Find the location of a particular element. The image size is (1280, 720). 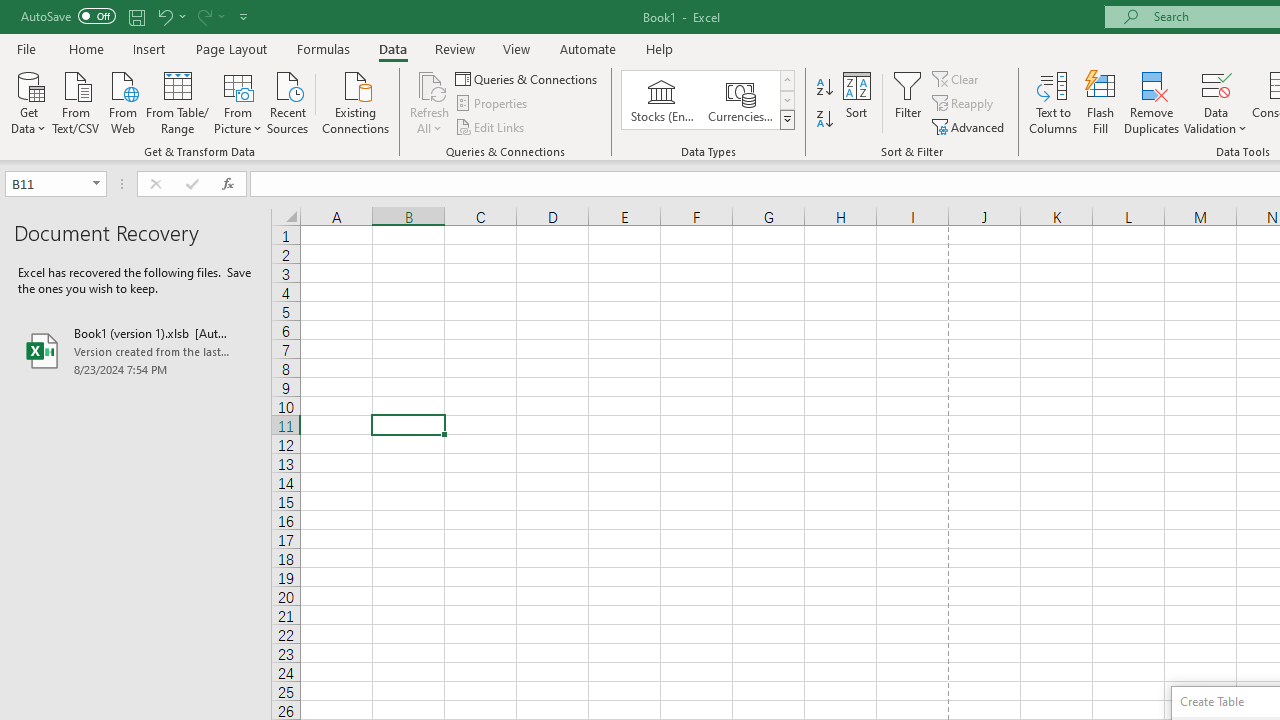

'Review' is located at coordinates (454, 48).